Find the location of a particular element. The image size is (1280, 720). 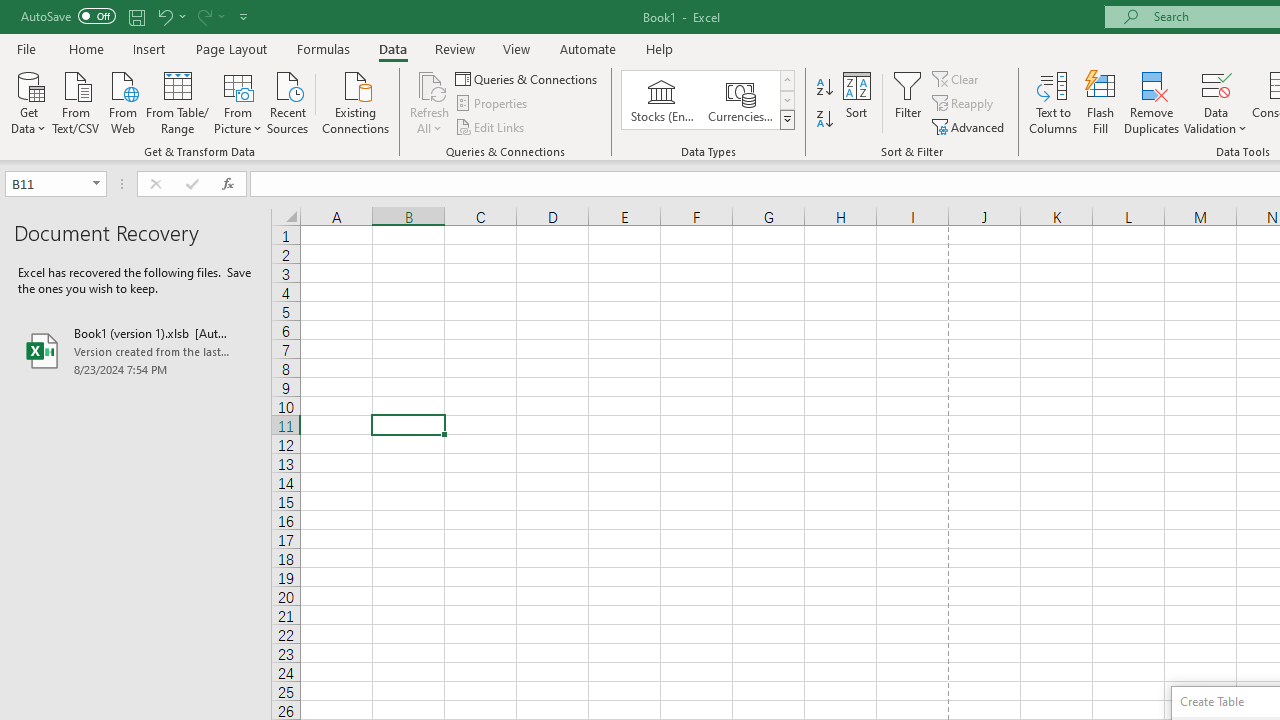

'Review' is located at coordinates (454, 48).